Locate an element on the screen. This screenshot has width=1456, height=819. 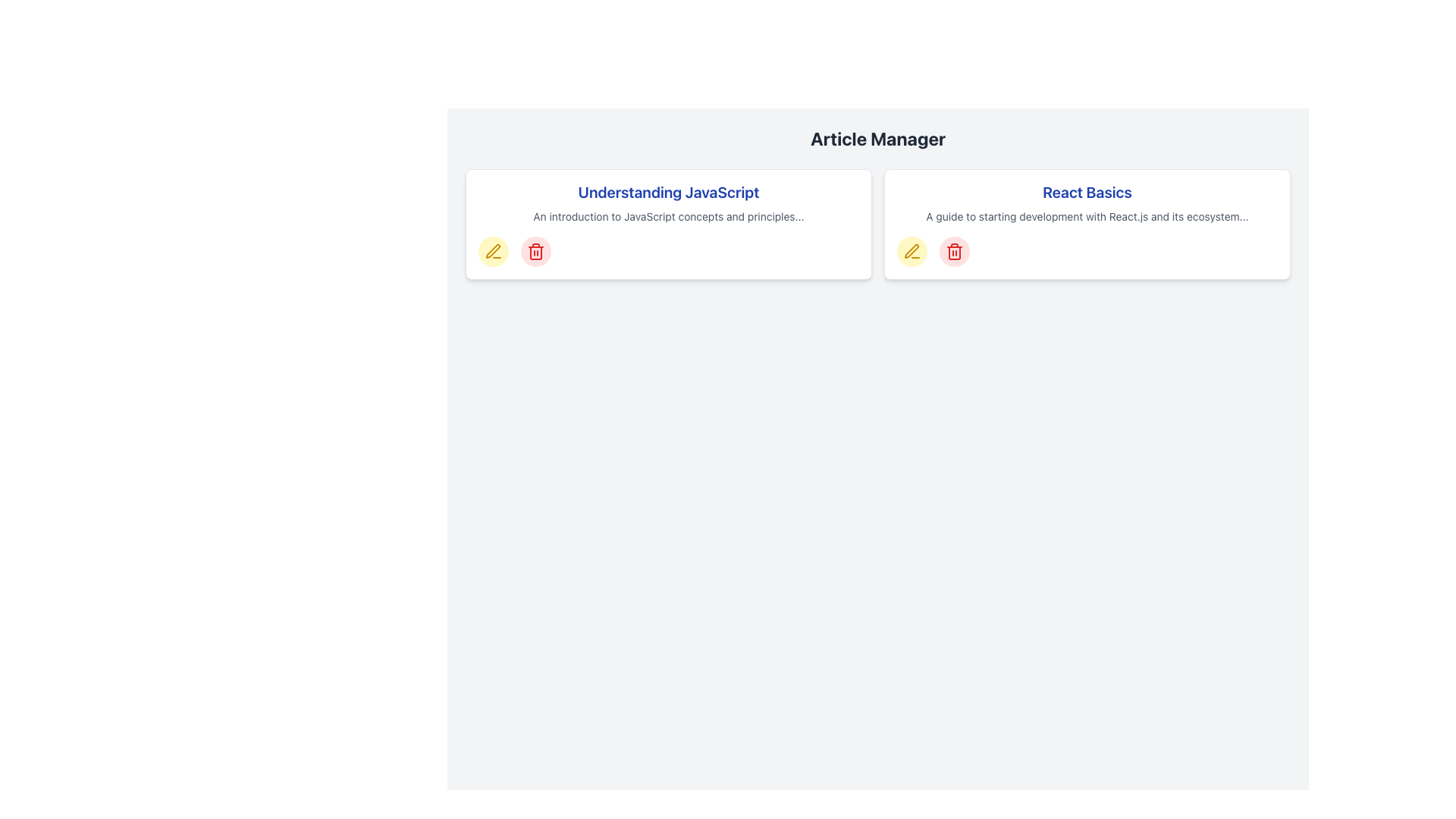
the title text element that serves as the heading for the associated content within the card layout is located at coordinates (668, 192).